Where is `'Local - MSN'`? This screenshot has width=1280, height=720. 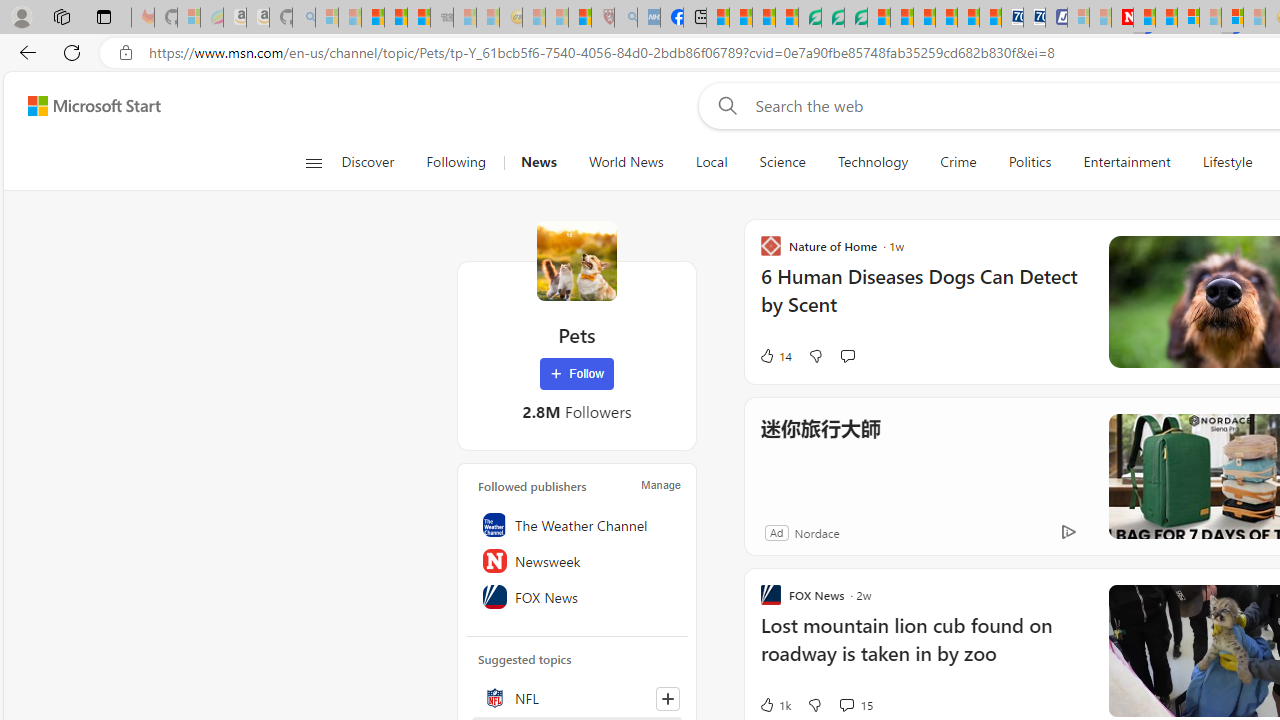
'Local - MSN' is located at coordinates (579, 17).